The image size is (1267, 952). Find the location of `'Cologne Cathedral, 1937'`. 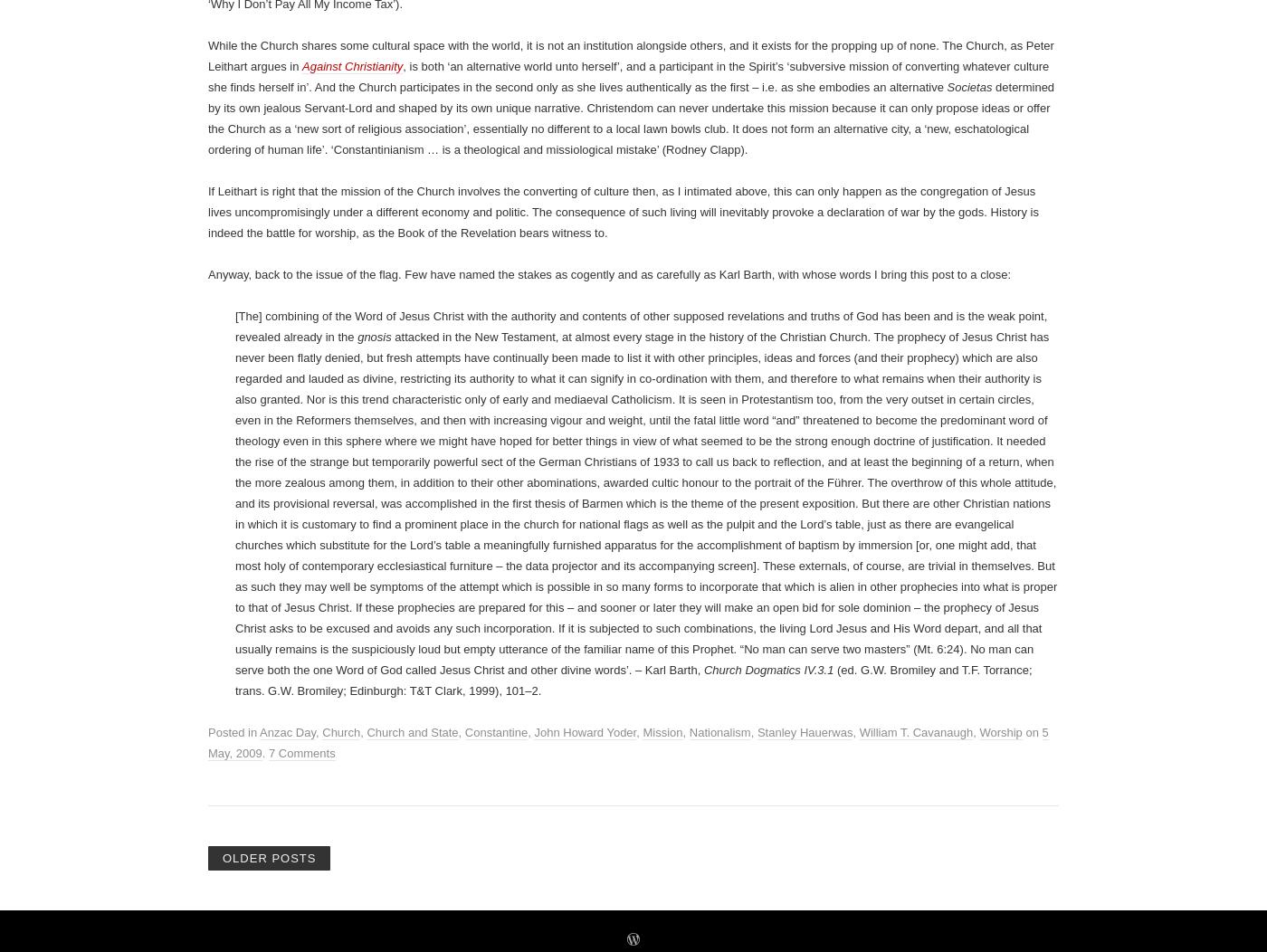

'Cologne Cathedral, 1937' is located at coordinates (933, 119).